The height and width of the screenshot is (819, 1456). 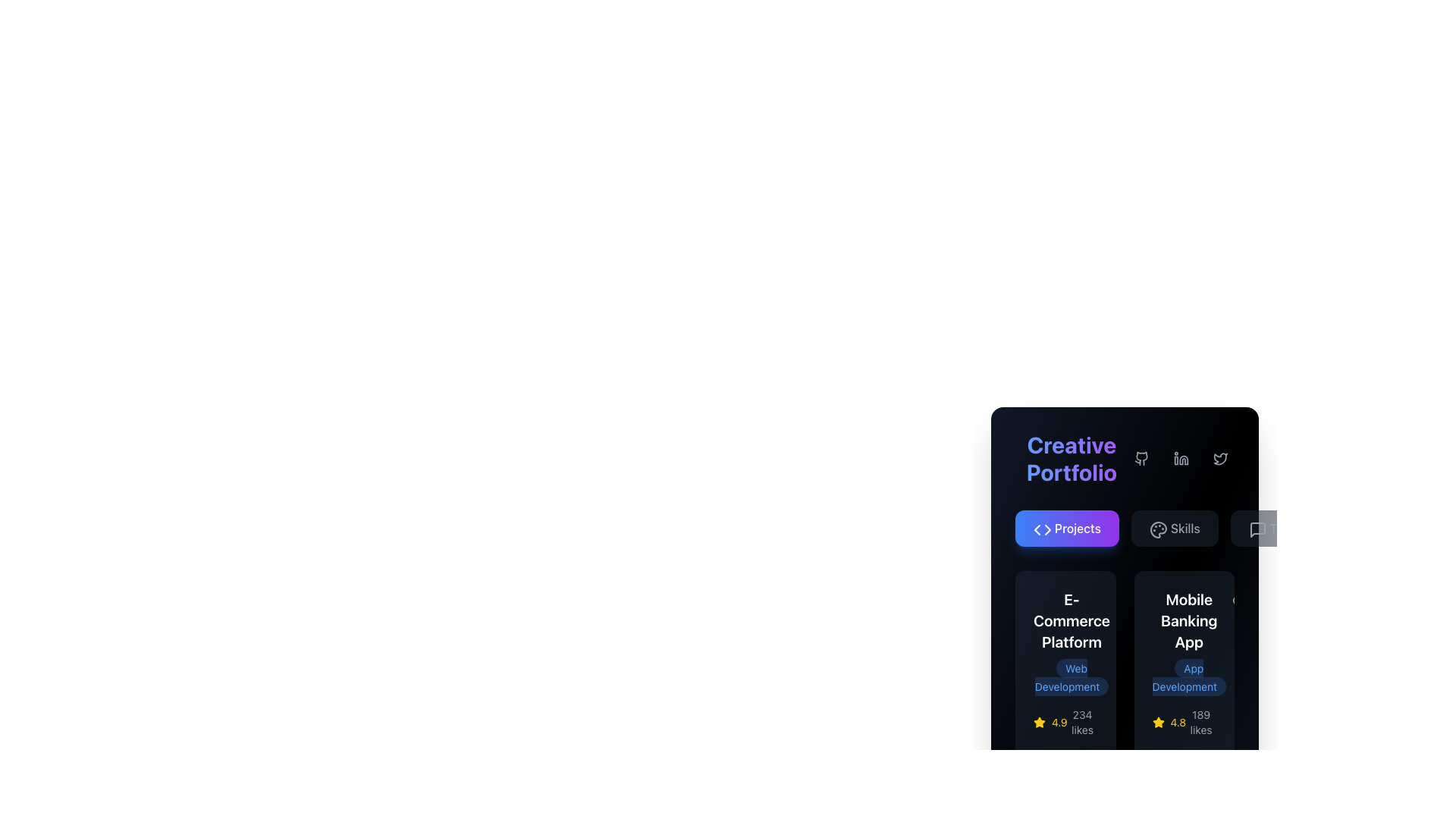 What do you see at coordinates (1185, 528) in the screenshot?
I see `the 'Skills' button` at bounding box center [1185, 528].